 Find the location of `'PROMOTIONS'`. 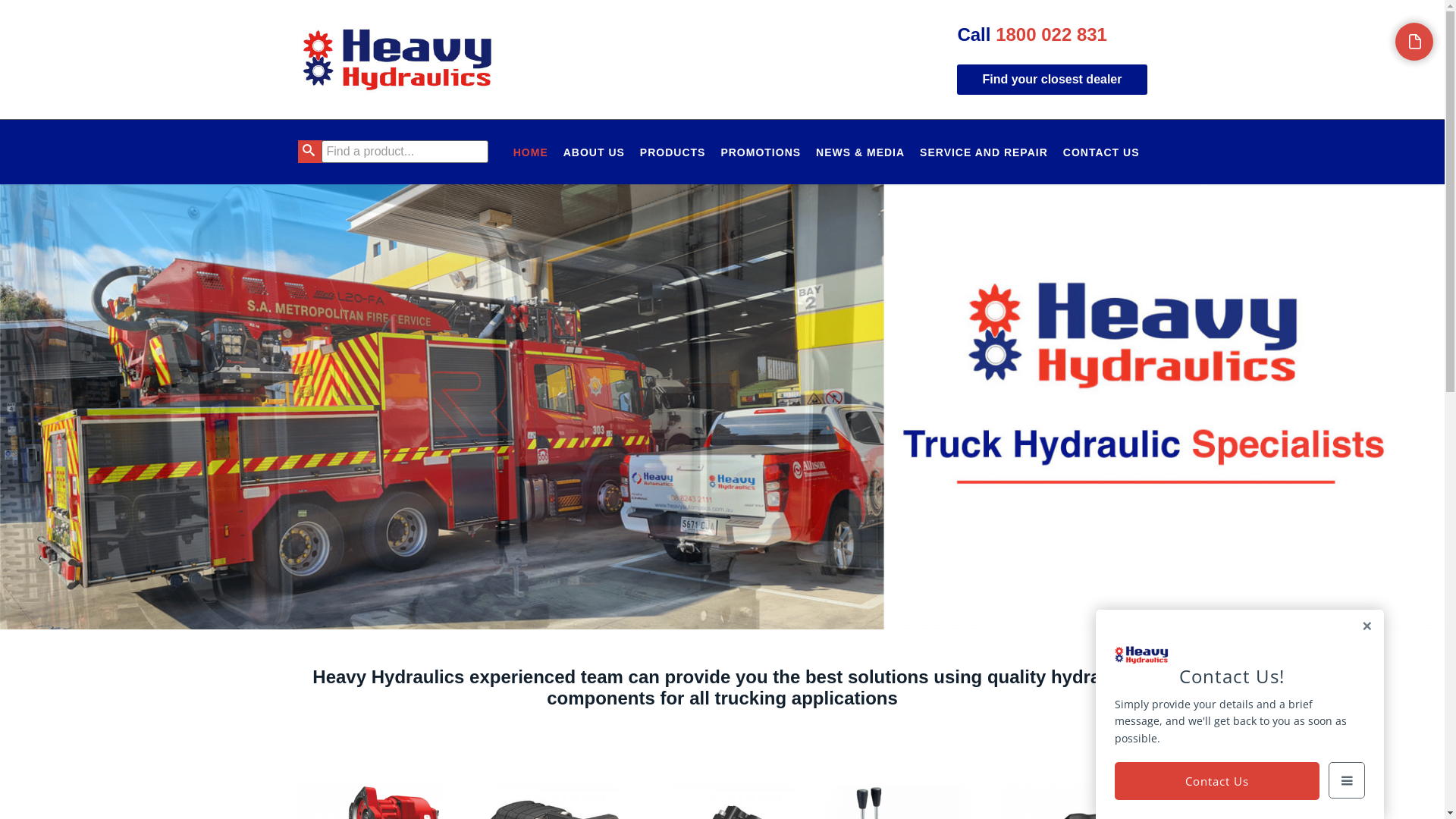

'PROMOTIONS' is located at coordinates (761, 152).